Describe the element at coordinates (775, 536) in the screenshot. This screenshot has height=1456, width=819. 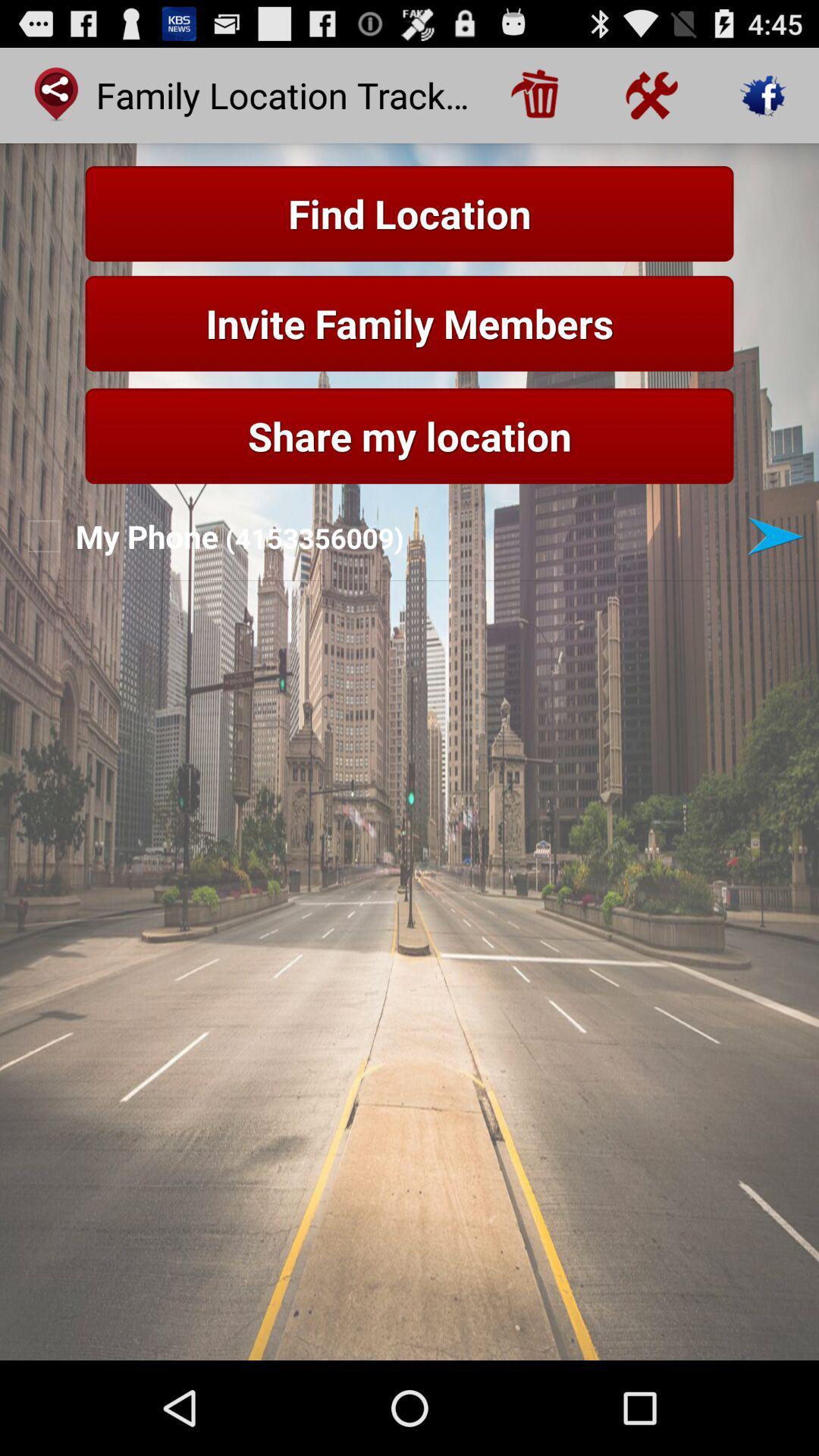
I see `next button` at that location.